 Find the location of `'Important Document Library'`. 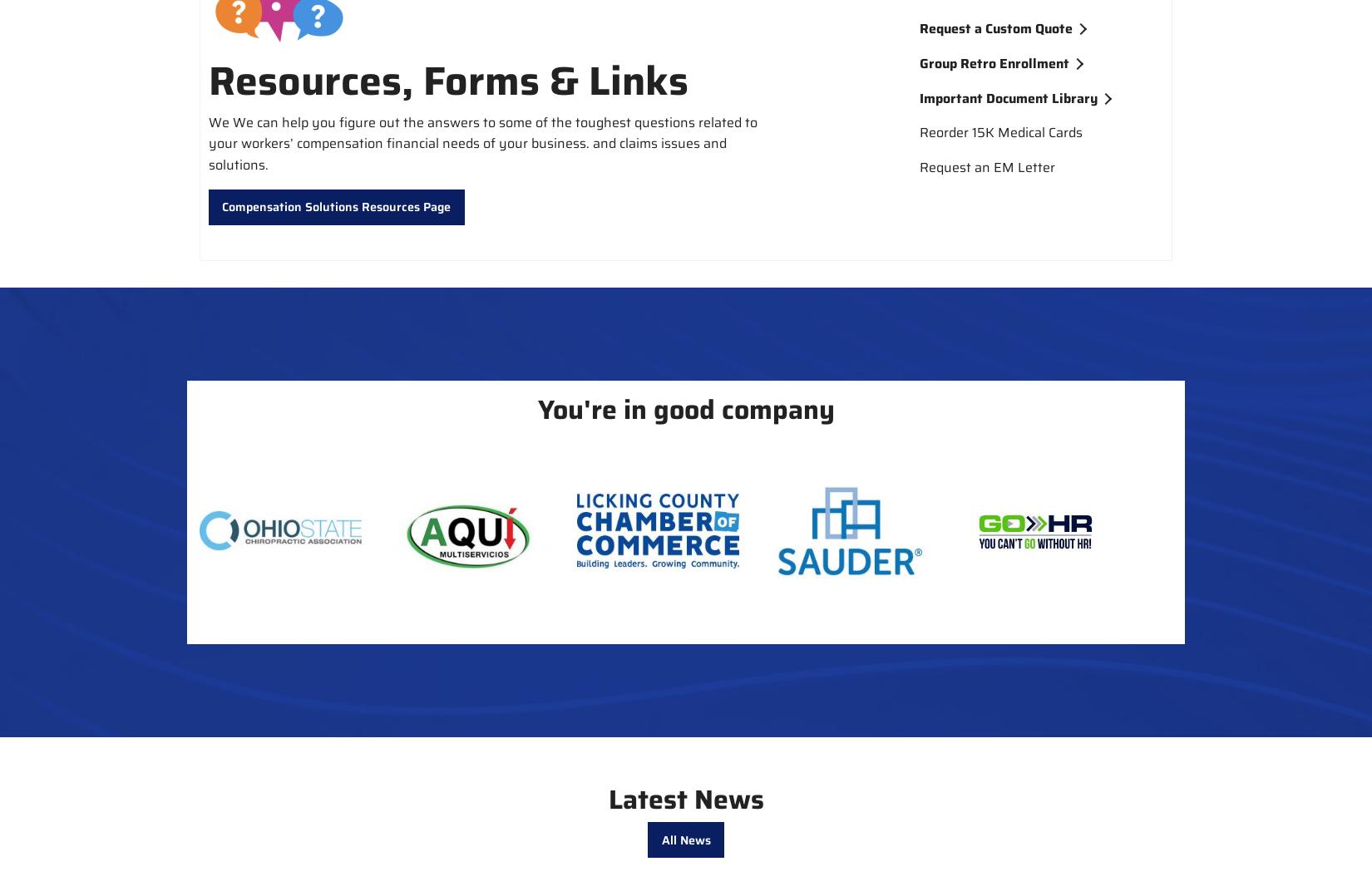

'Important Document Library' is located at coordinates (1007, 97).